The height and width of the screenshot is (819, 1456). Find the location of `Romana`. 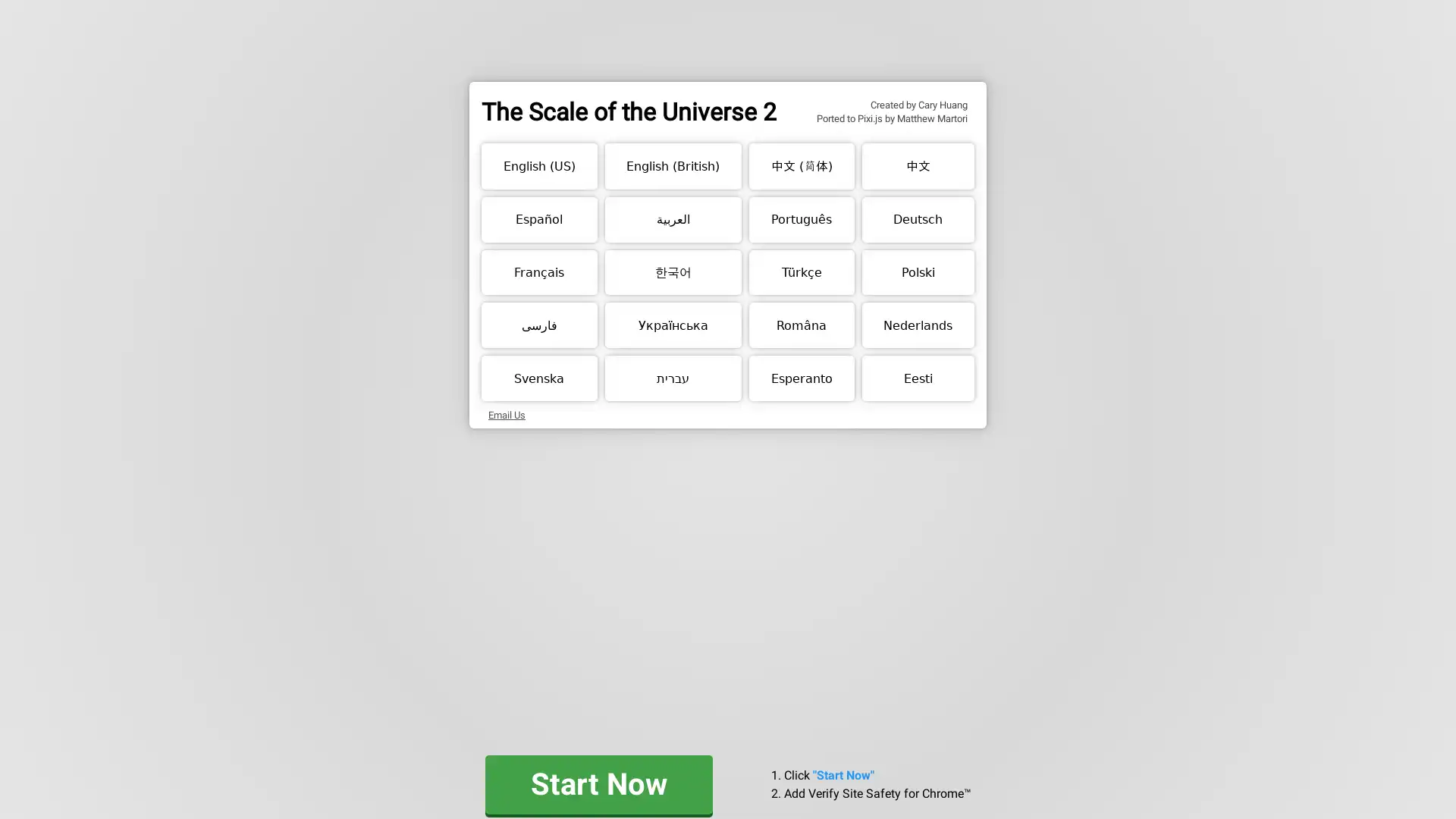

Romana is located at coordinates (800, 324).